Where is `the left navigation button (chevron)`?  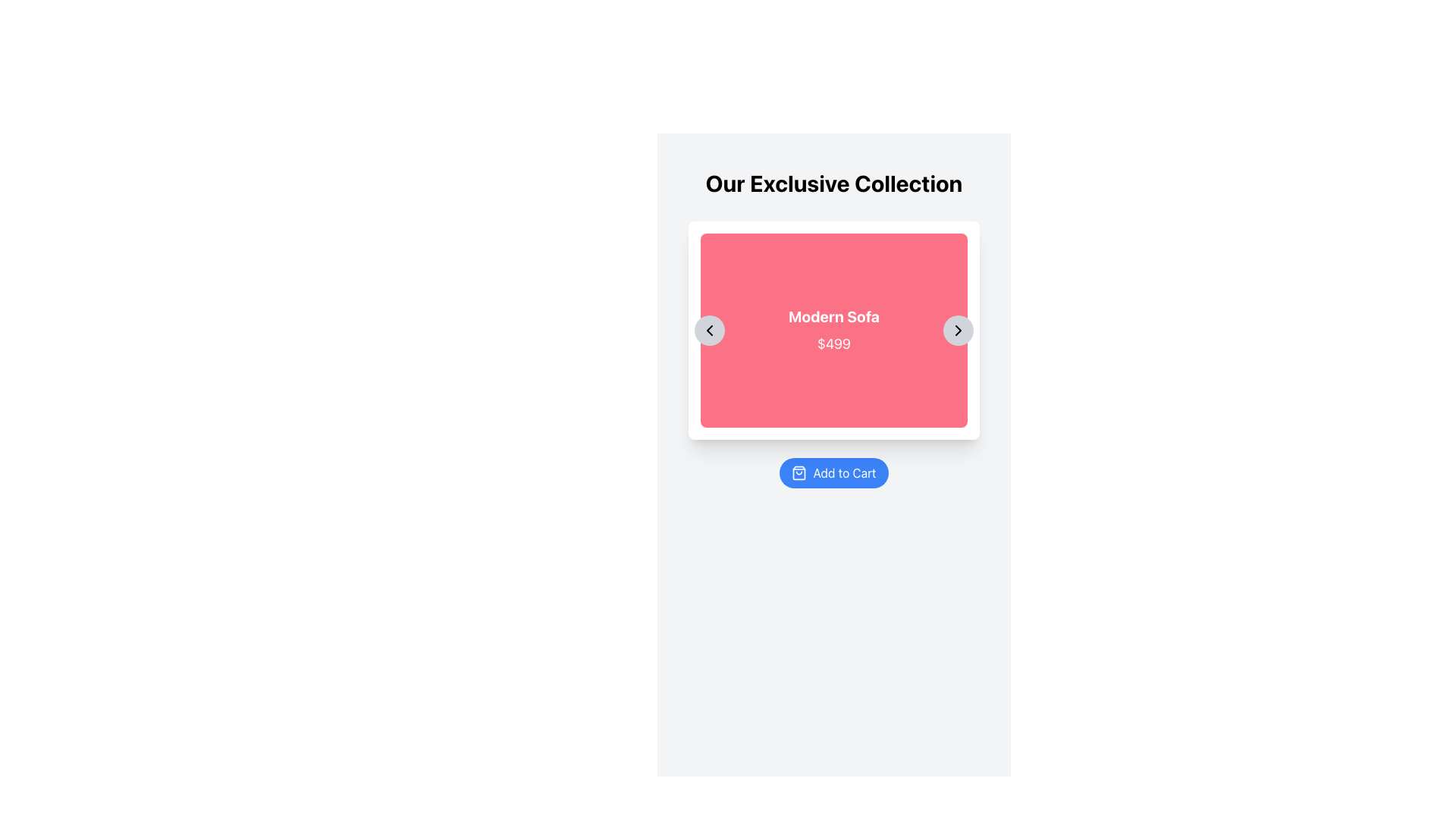
the left navigation button (chevron) is located at coordinates (709, 329).